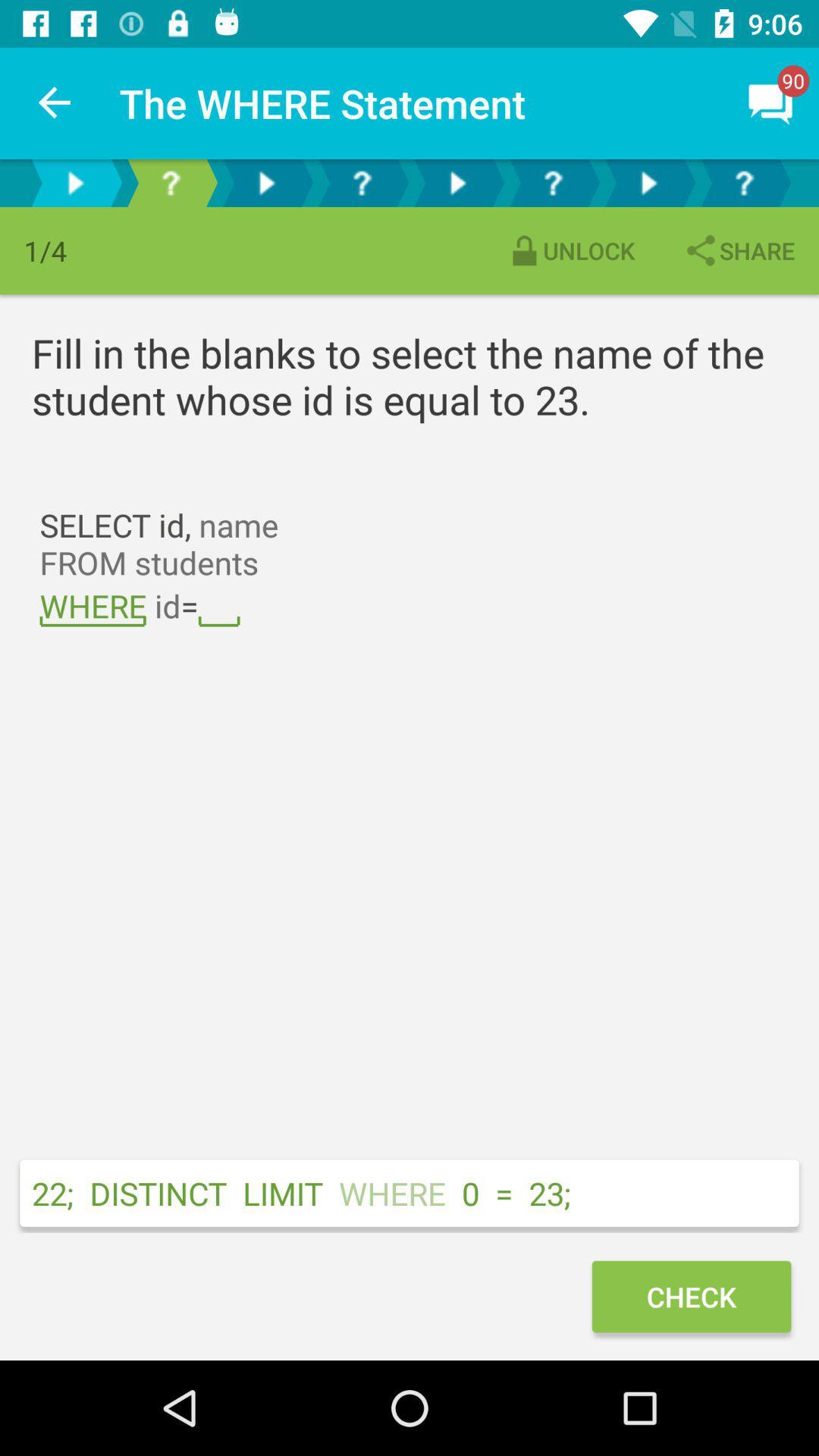  What do you see at coordinates (456, 182) in the screenshot?
I see `jumps to the next question` at bounding box center [456, 182].